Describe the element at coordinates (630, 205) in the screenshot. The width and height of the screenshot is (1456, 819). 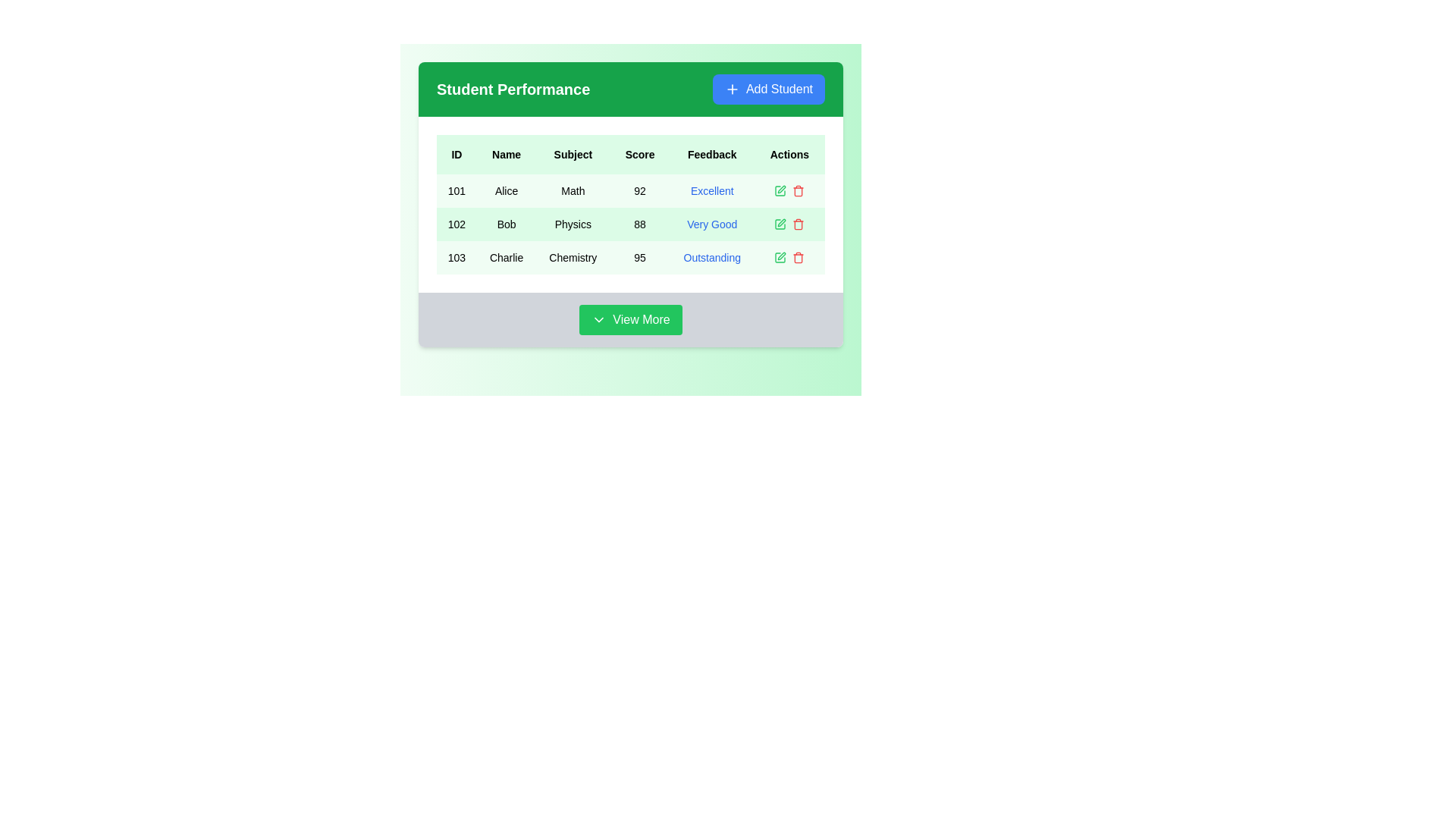
I see `the number displayed in the Score column of the first row in the Student Performance table, which shows '92'` at that location.